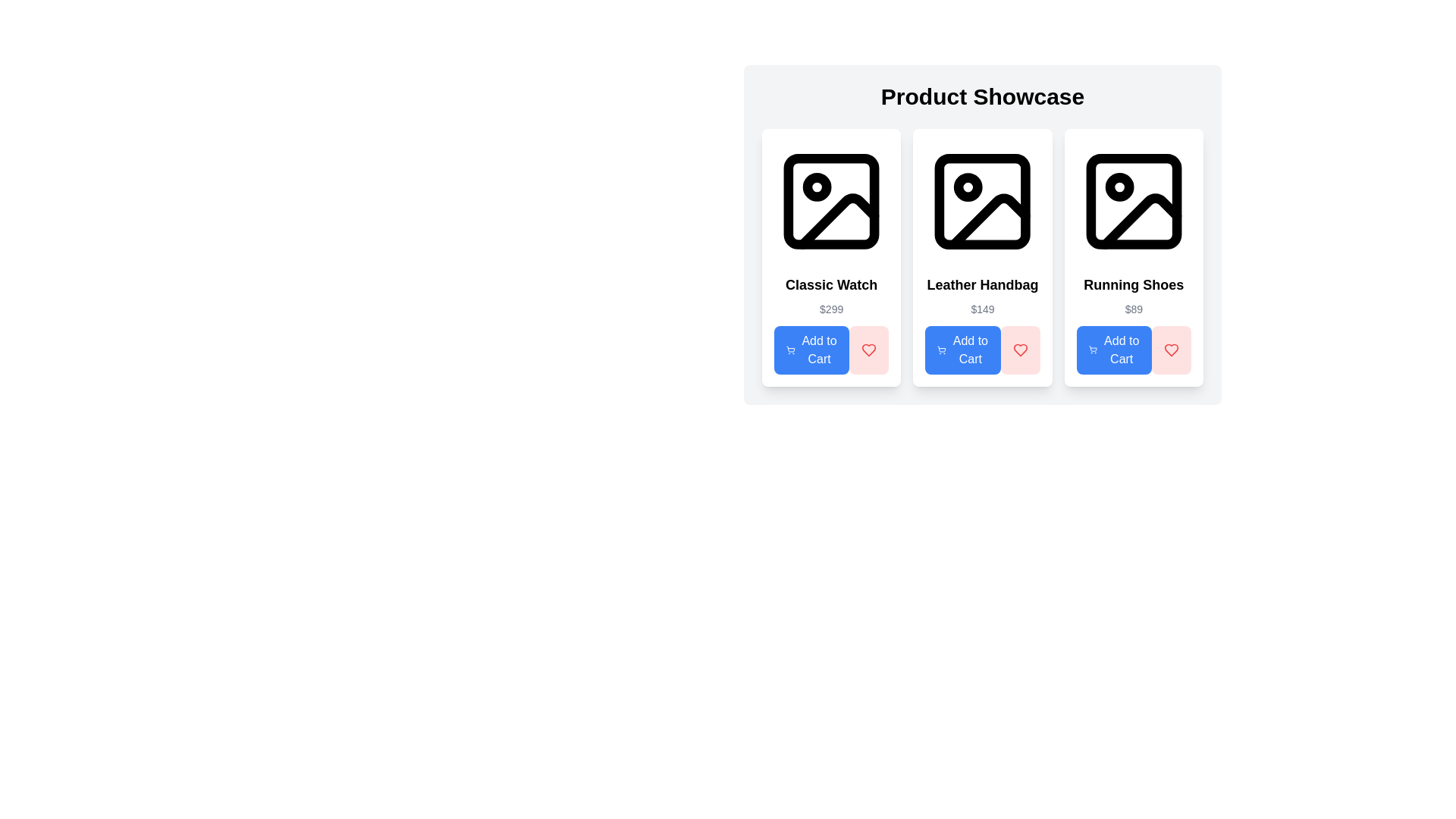 This screenshot has height=819, width=1456. Describe the element at coordinates (1134, 201) in the screenshot. I see `the image placeholder icon representing product media located at the top section of the rightmost card in the product showcase layout, above the product name 'Running Shoes' and price '$89'` at that location.